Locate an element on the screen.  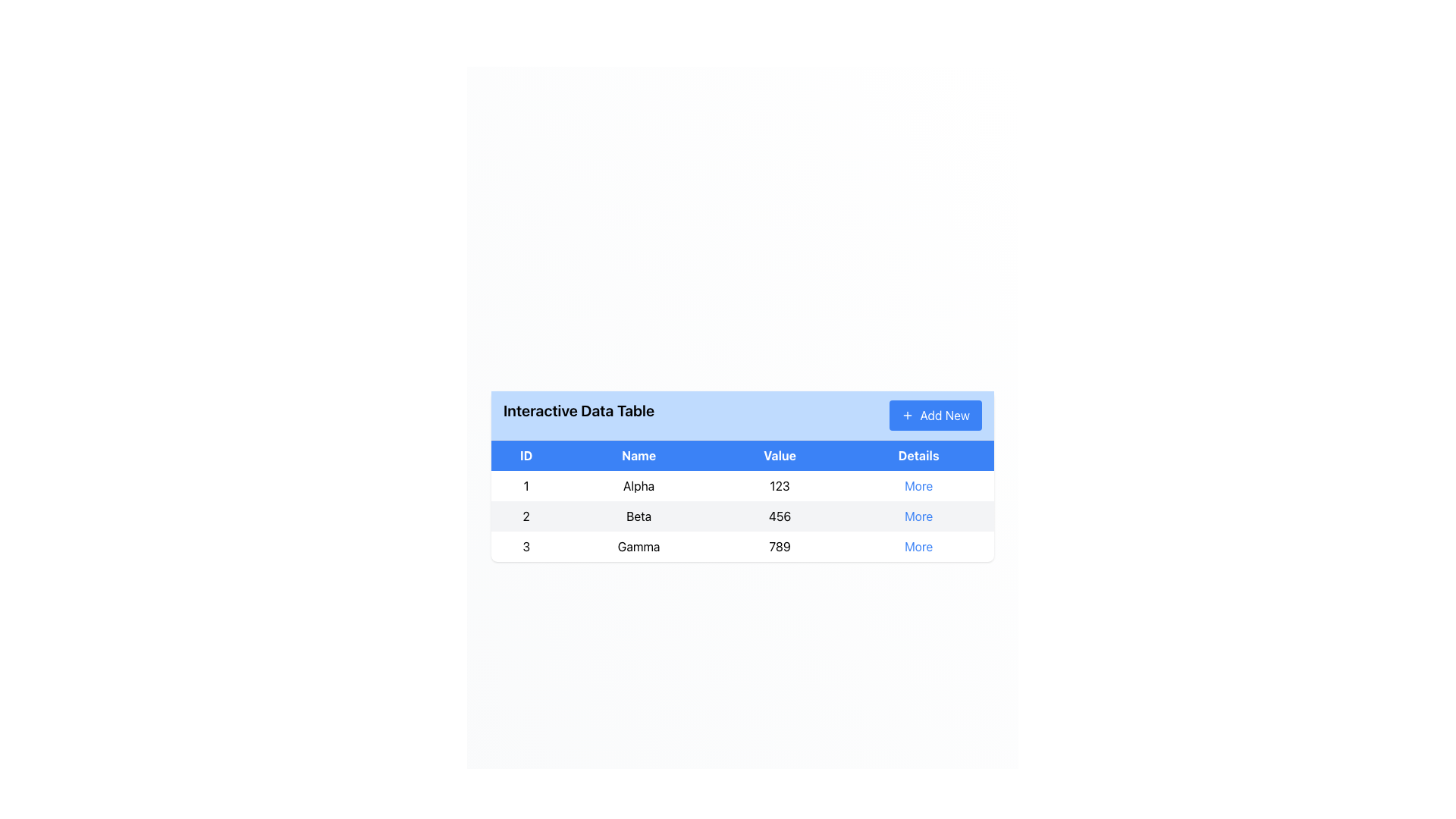
the centered label containing the text 'Beta' in the 'Name' column of the data table, located in the second row, positioned between '2' and '456' is located at coordinates (639, 515).